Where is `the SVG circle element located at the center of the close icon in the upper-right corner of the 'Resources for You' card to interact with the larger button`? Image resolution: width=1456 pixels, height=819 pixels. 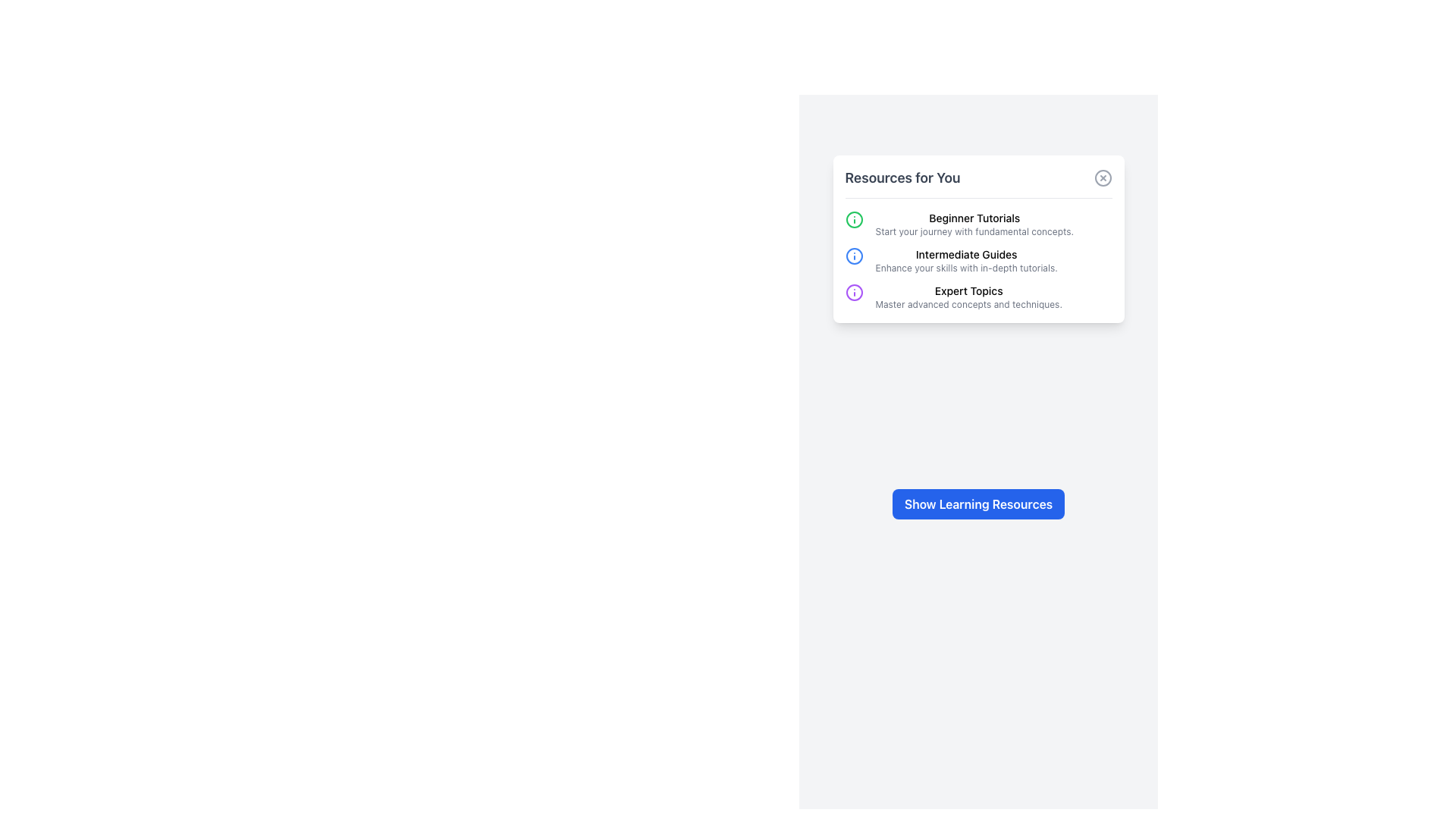
the SVG circle element located at the center of the close icon in the upper-right corner of the 'Resources for You' card to interact with the larger button is located at coordinates (1103, 177).